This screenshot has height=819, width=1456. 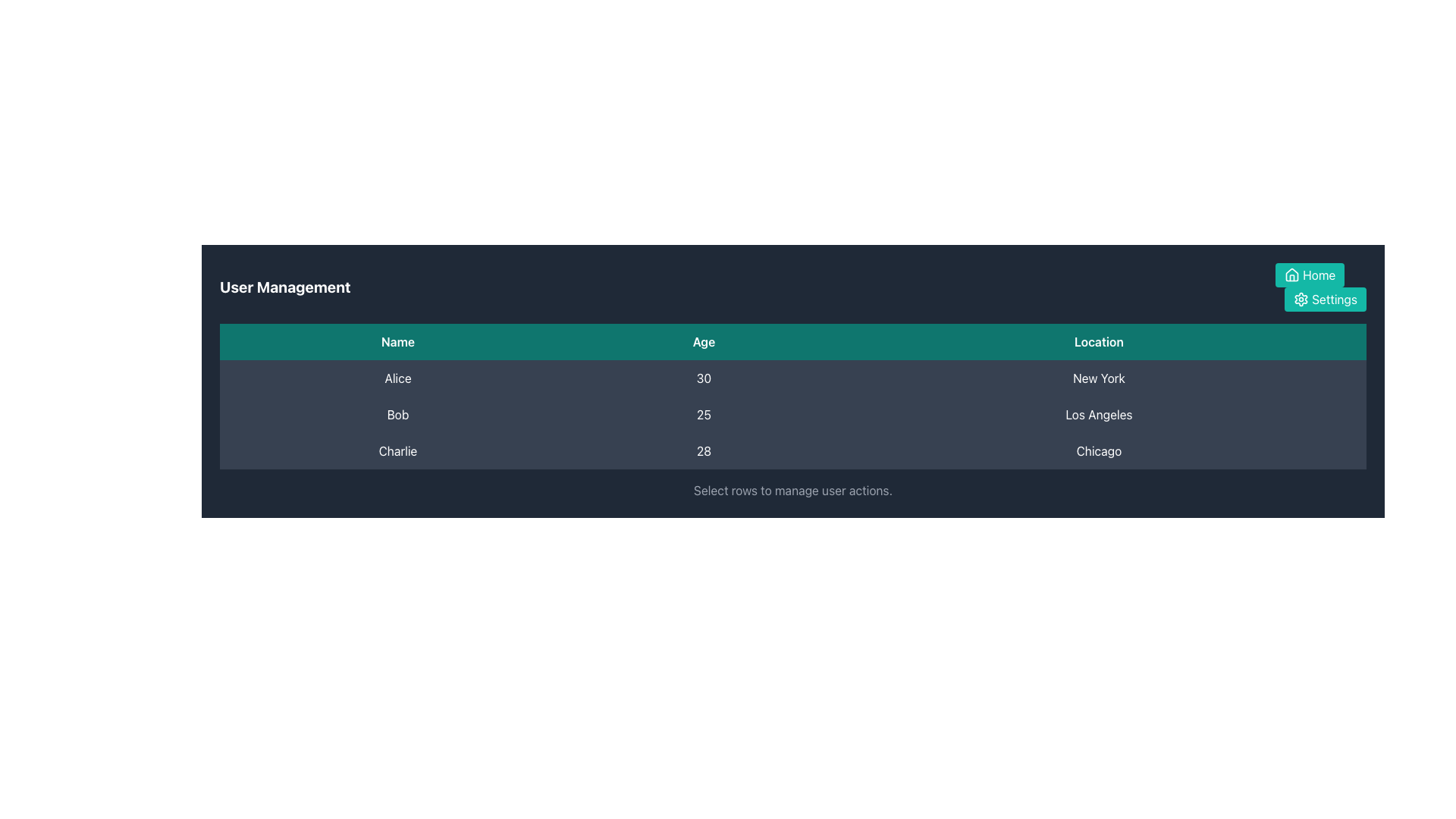 I want to click on text content of the label displaying the name 'Charlie', located in the leftmost column of the third row under the 'Name' column, so click(x=397, y=450).